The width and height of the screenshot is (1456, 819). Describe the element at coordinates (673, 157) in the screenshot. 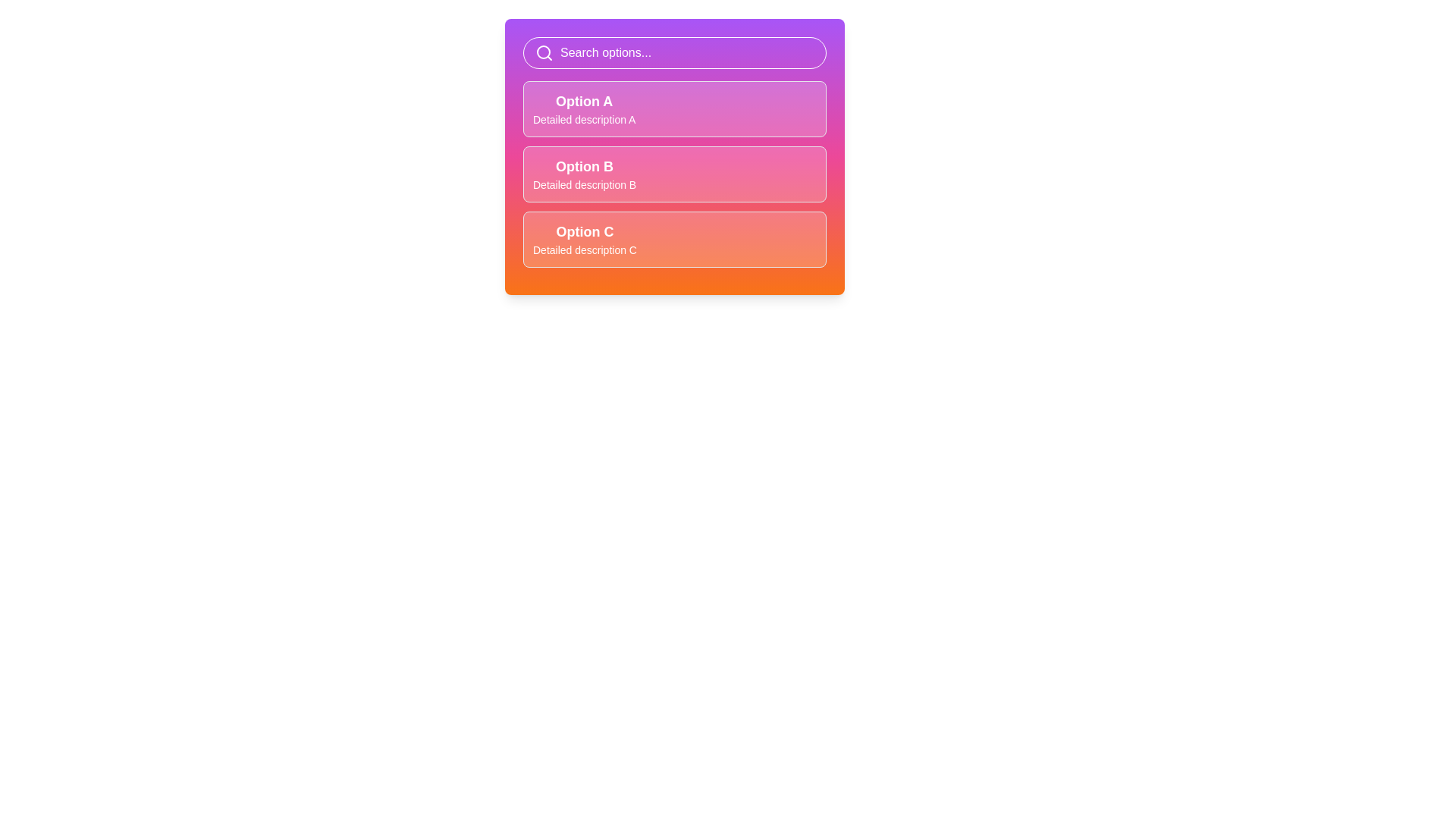

I see `the button labeled 'Option B' with a gradient background transitioning from purple to orange` at that location.